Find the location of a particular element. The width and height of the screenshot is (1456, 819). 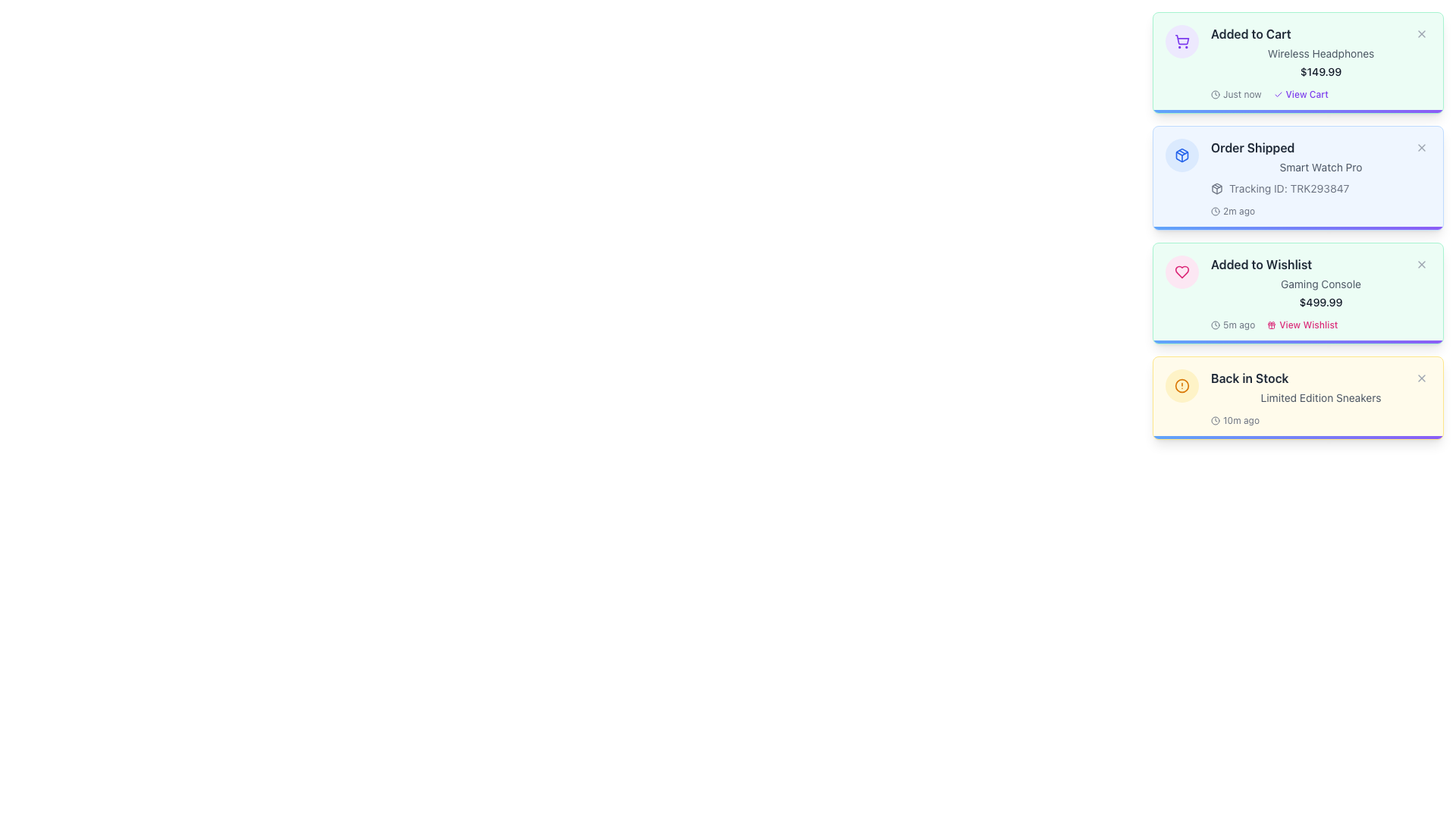

the progress bar located at the bottom edge of the 'Order Shipped' notification card, which features a gradient from blue to violet is located at coordinates (1298, 227).